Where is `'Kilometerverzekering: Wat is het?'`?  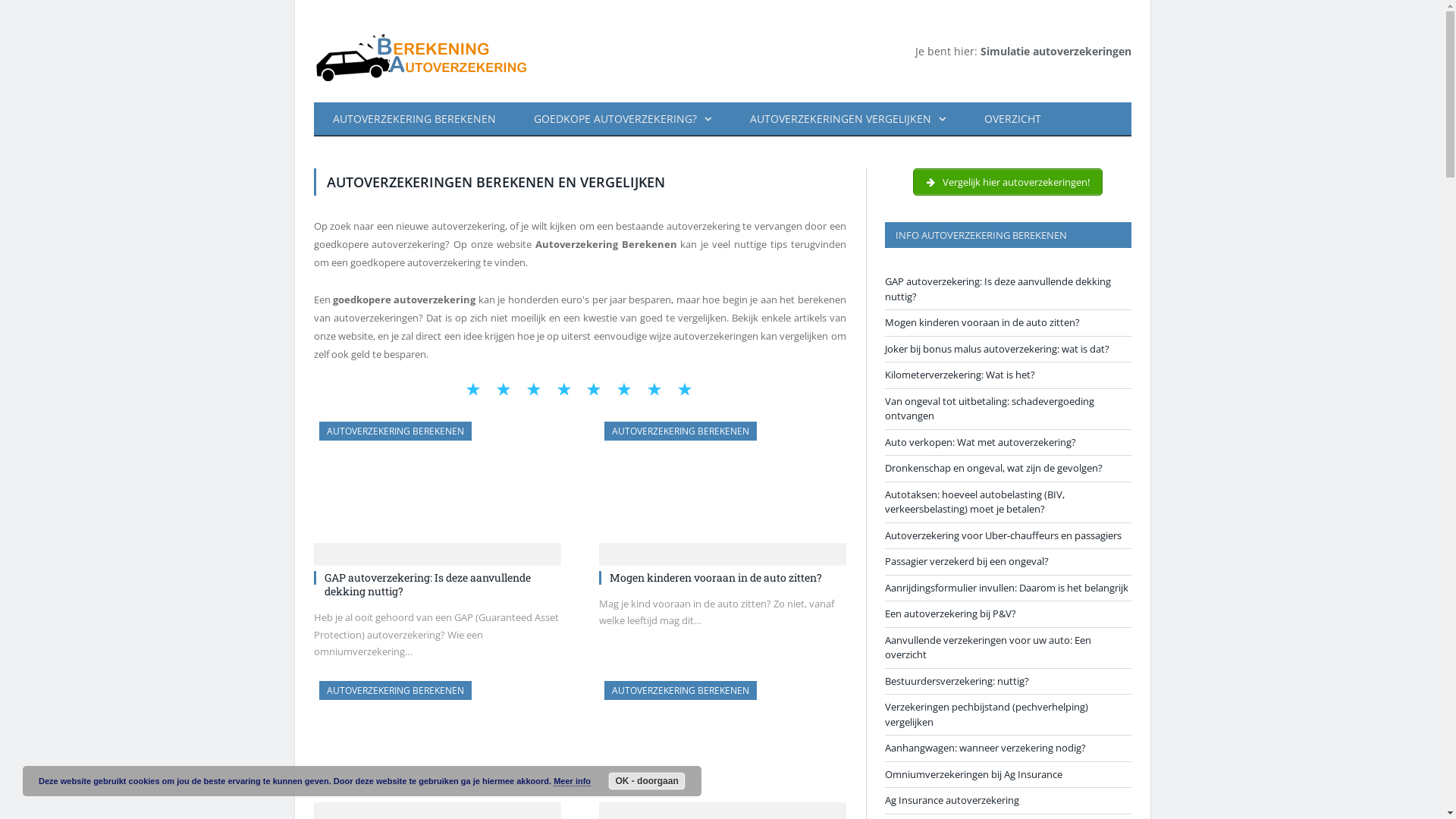
'Kilometerverzekering: Wat is het?' is located at coordinates (959, 374).